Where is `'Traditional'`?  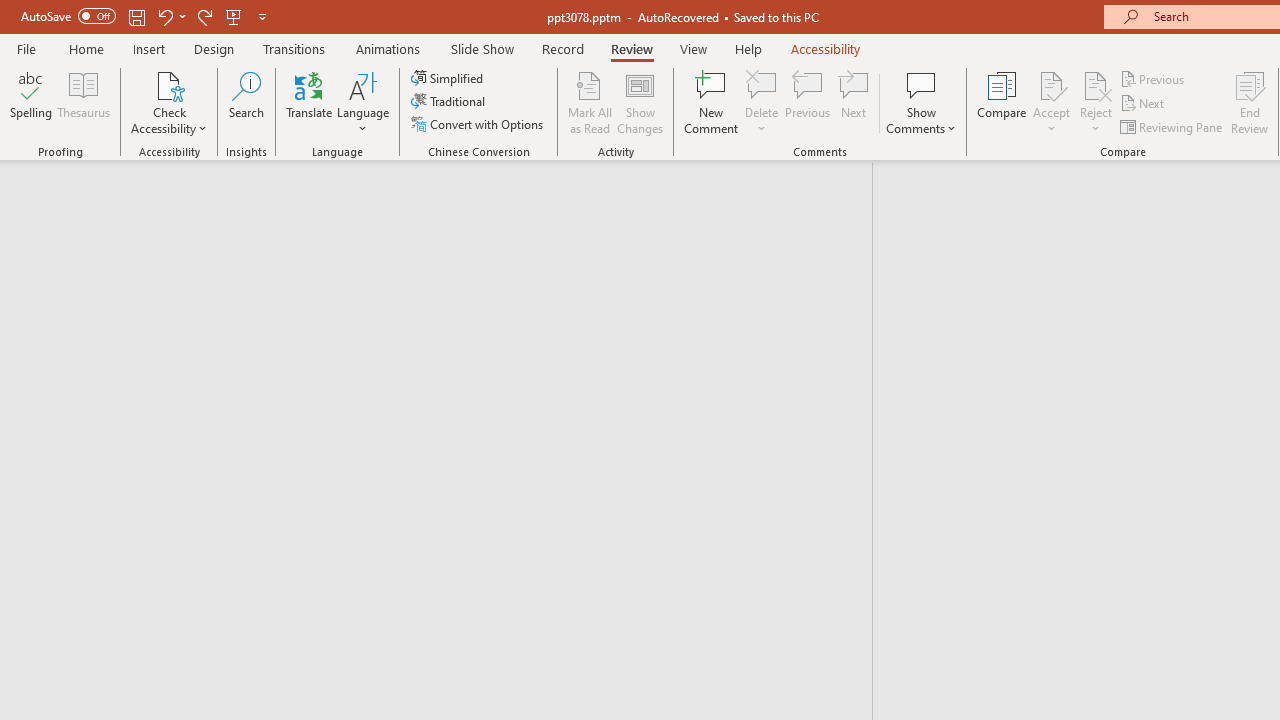 'Traditional' is located at coordinates (448, 101).